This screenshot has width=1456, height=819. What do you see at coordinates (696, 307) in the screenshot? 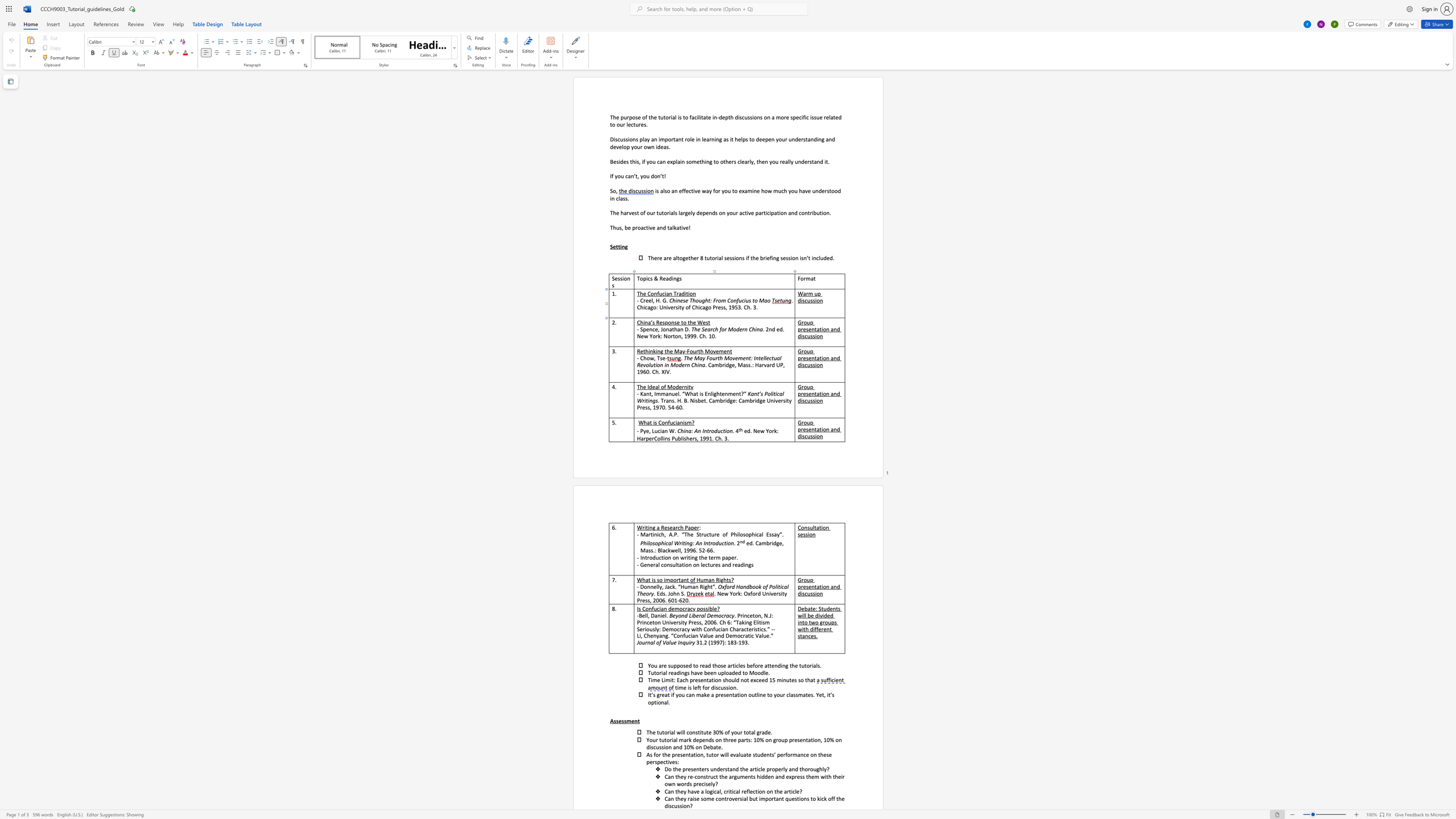
I see `the 2th character "h" in the text` at bounding box center [696, 307].